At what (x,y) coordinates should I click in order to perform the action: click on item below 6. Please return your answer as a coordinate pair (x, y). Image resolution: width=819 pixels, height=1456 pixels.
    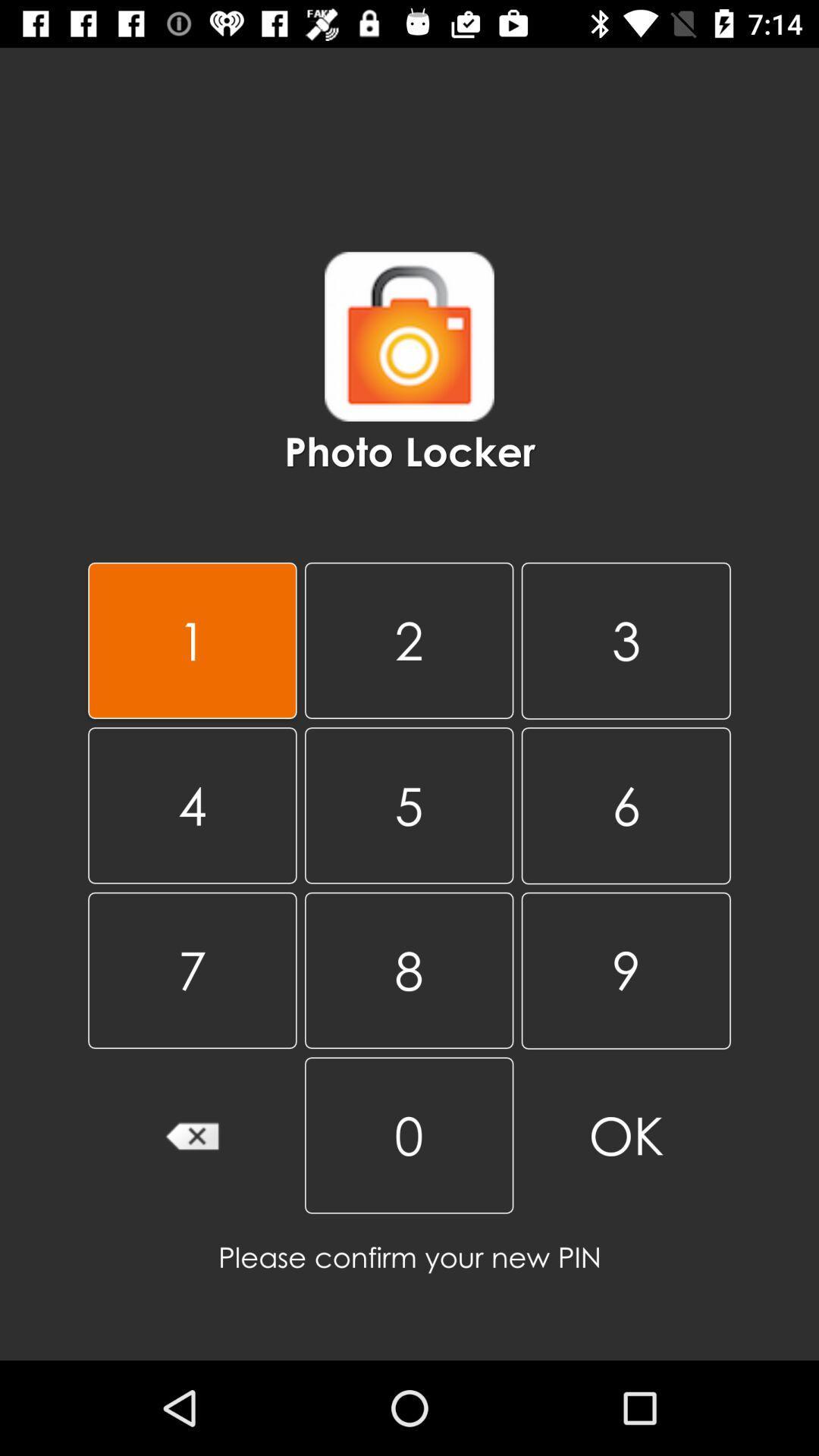
    Looking at the image, I should click on (626, 971).